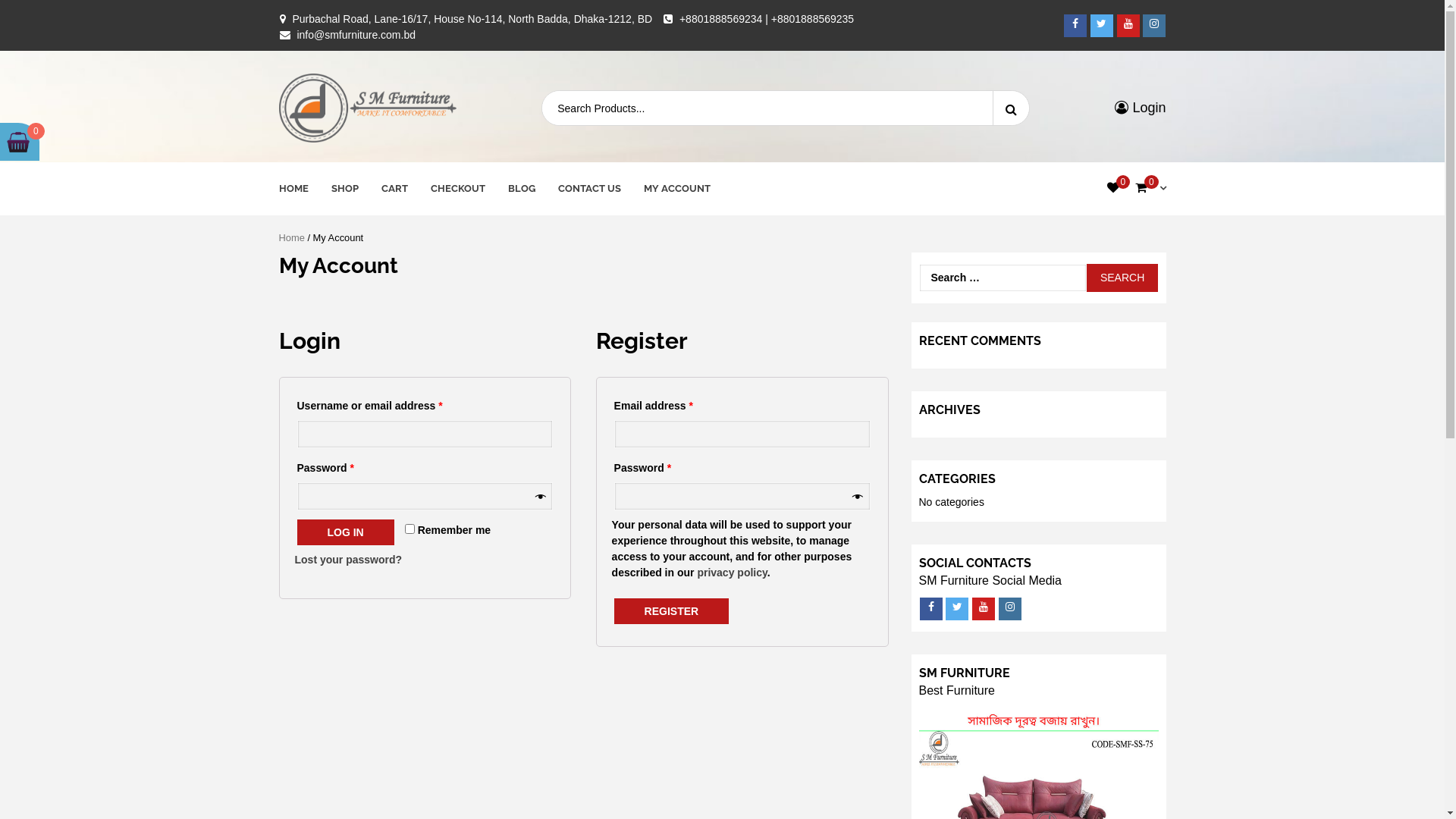  Describe the element at coordinates (671, 610) in the screenshot. I see `'REGISTER'` at that location.